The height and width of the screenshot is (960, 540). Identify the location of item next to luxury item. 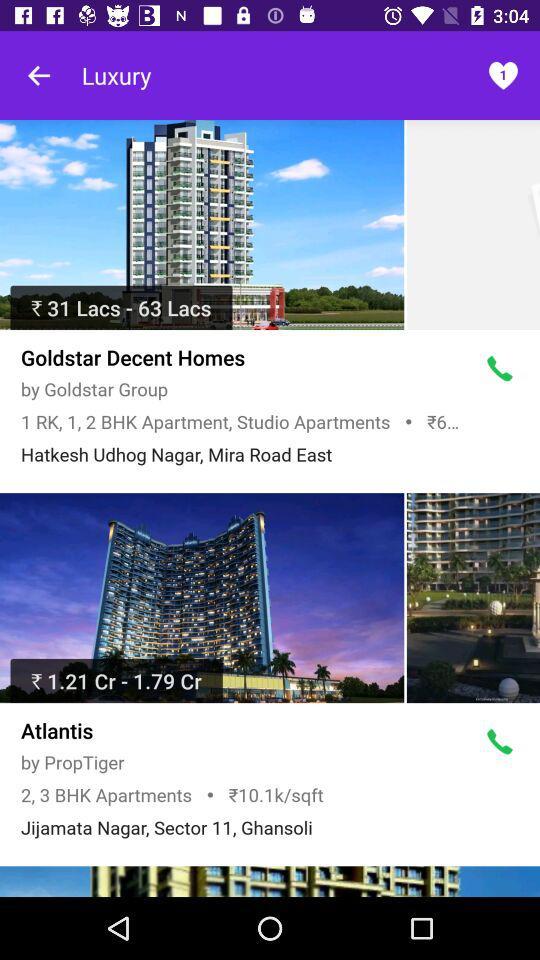
(39, 75).